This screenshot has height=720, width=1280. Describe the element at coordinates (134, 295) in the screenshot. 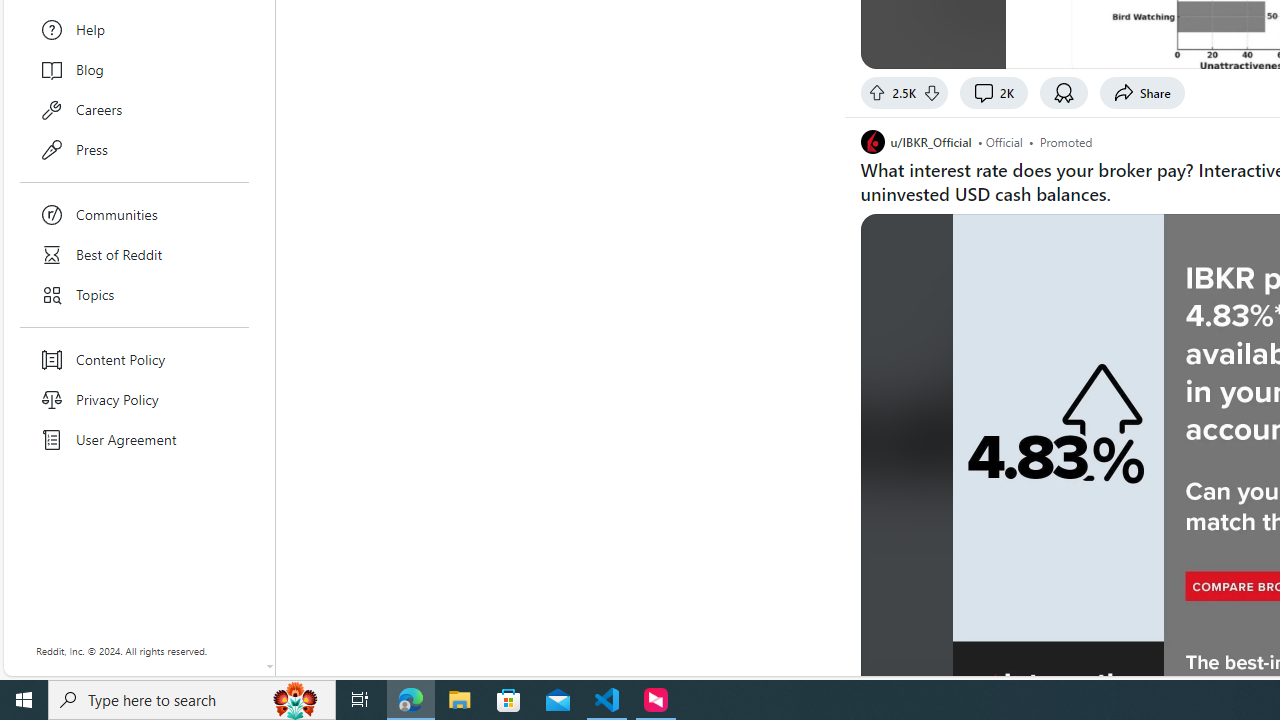

I see `'Topics'` at that location.